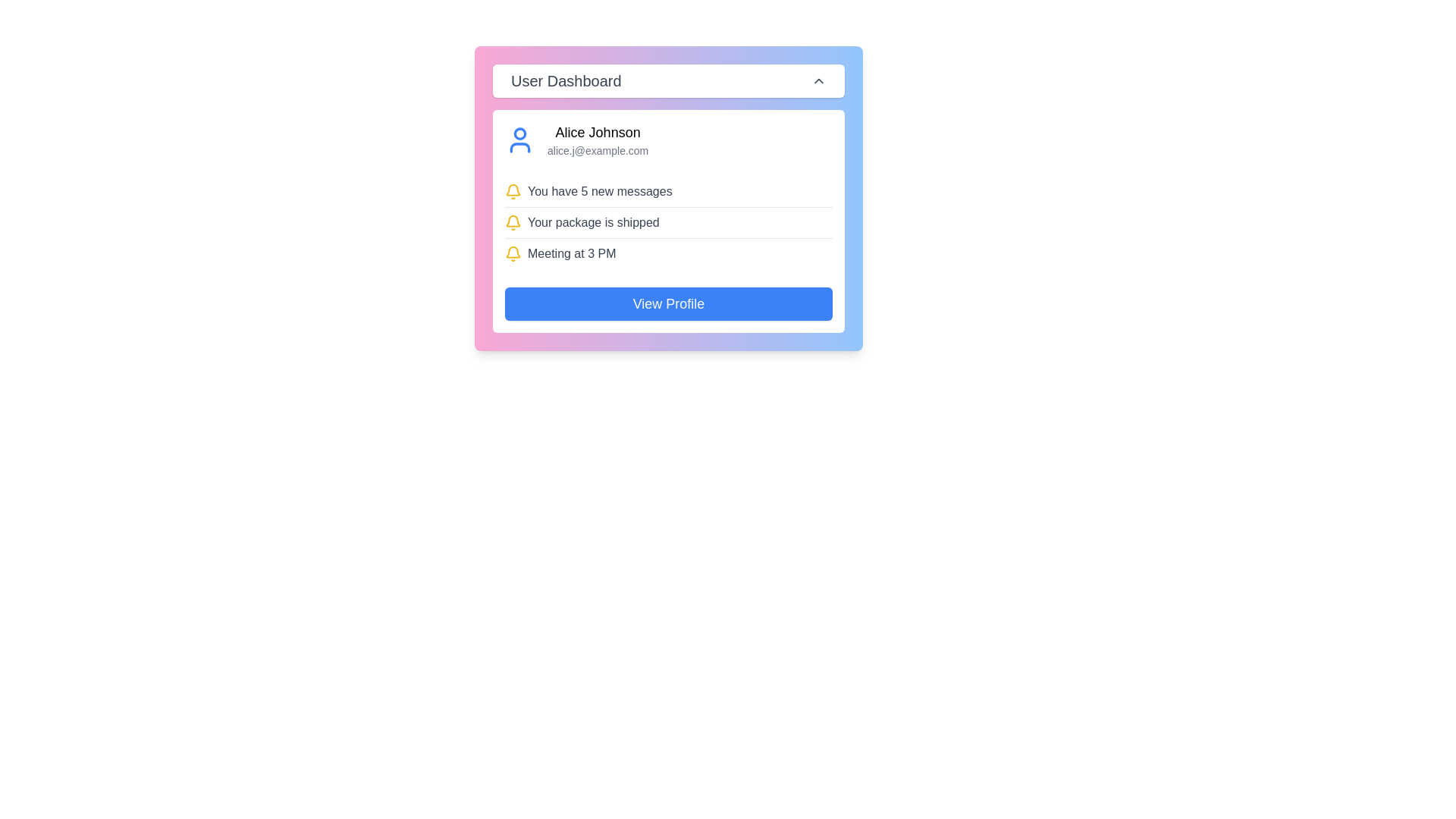 The width and height of the screenshot is (1456, 819). Describe the element at coordinates (668, 81) in the screenshot. I see `the 'User Dashboard' button to toggle the menu visibility` at that location.